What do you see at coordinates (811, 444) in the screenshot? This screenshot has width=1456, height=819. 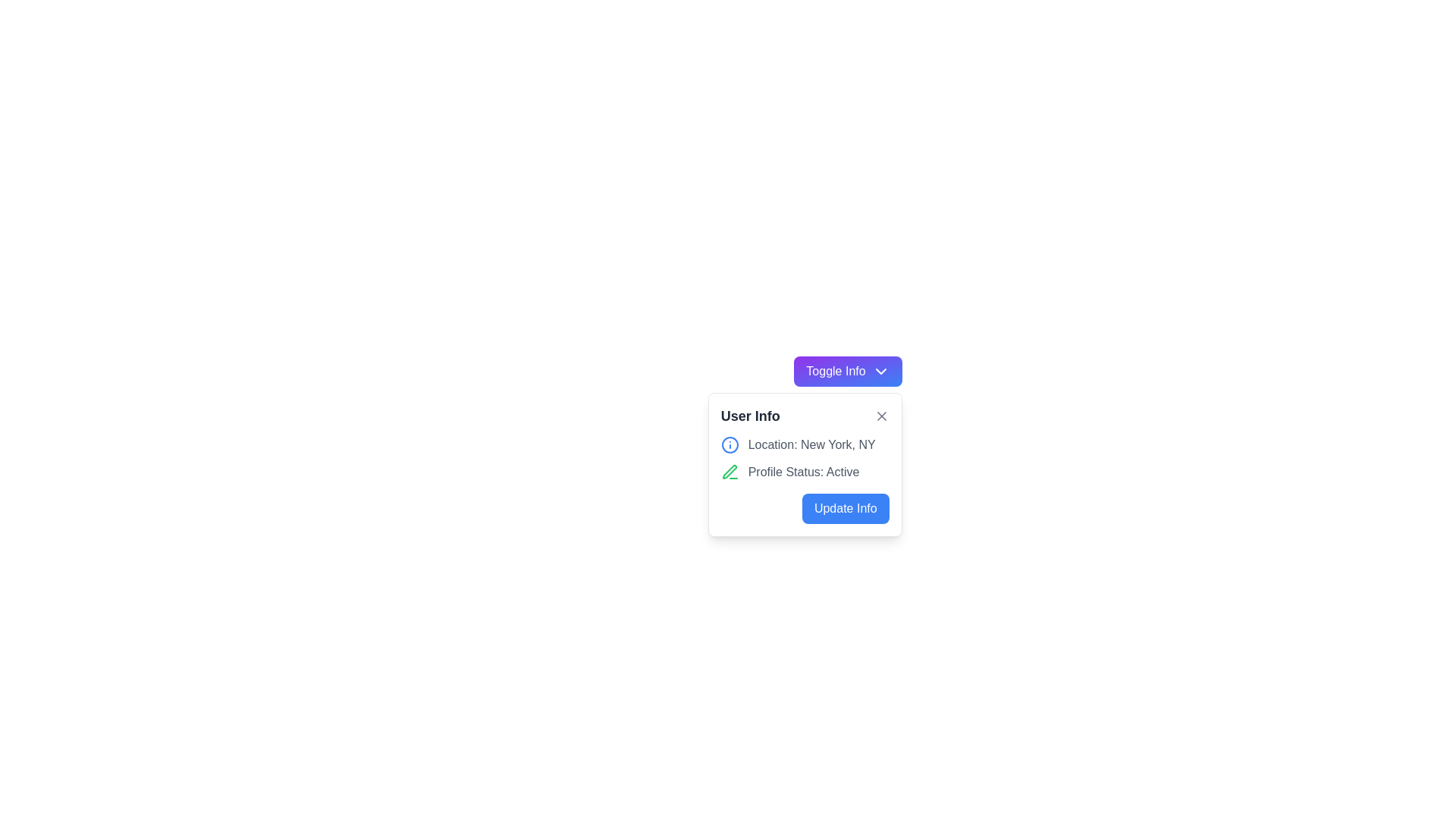 I see `the Display Text element that contains the text 'Location: New York, NY', which is styled in gray and positioned within the 'User Info' card, below the icon and above 'Profile Status: Active'` at bounding box center [811, 444].